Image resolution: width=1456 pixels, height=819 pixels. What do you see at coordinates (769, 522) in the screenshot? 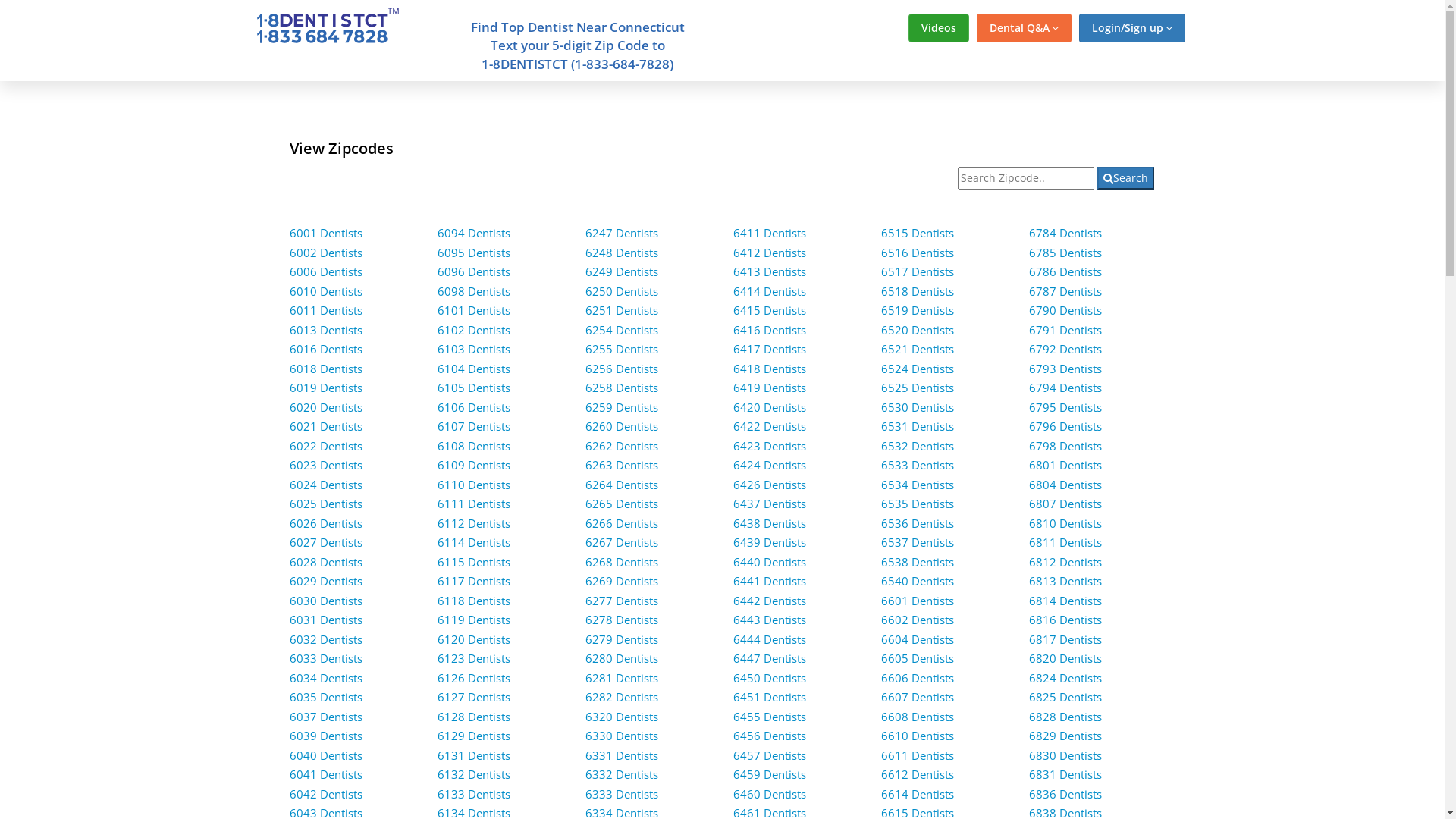
I see `'6438 Dentists'` at bounding box center [769, 522].